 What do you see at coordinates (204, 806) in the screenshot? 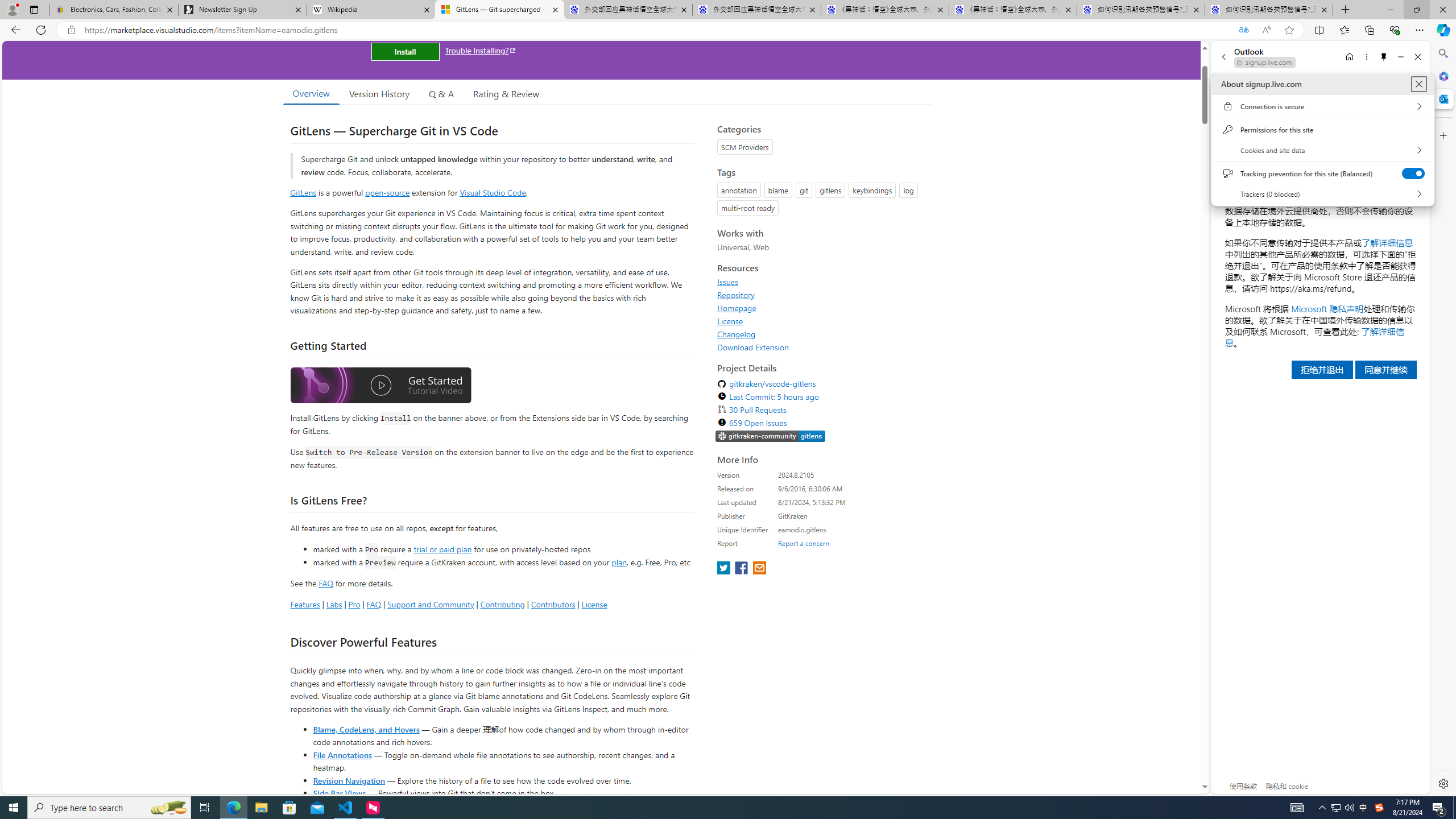
I see `'Task View'` at bounding box center [204, 806].